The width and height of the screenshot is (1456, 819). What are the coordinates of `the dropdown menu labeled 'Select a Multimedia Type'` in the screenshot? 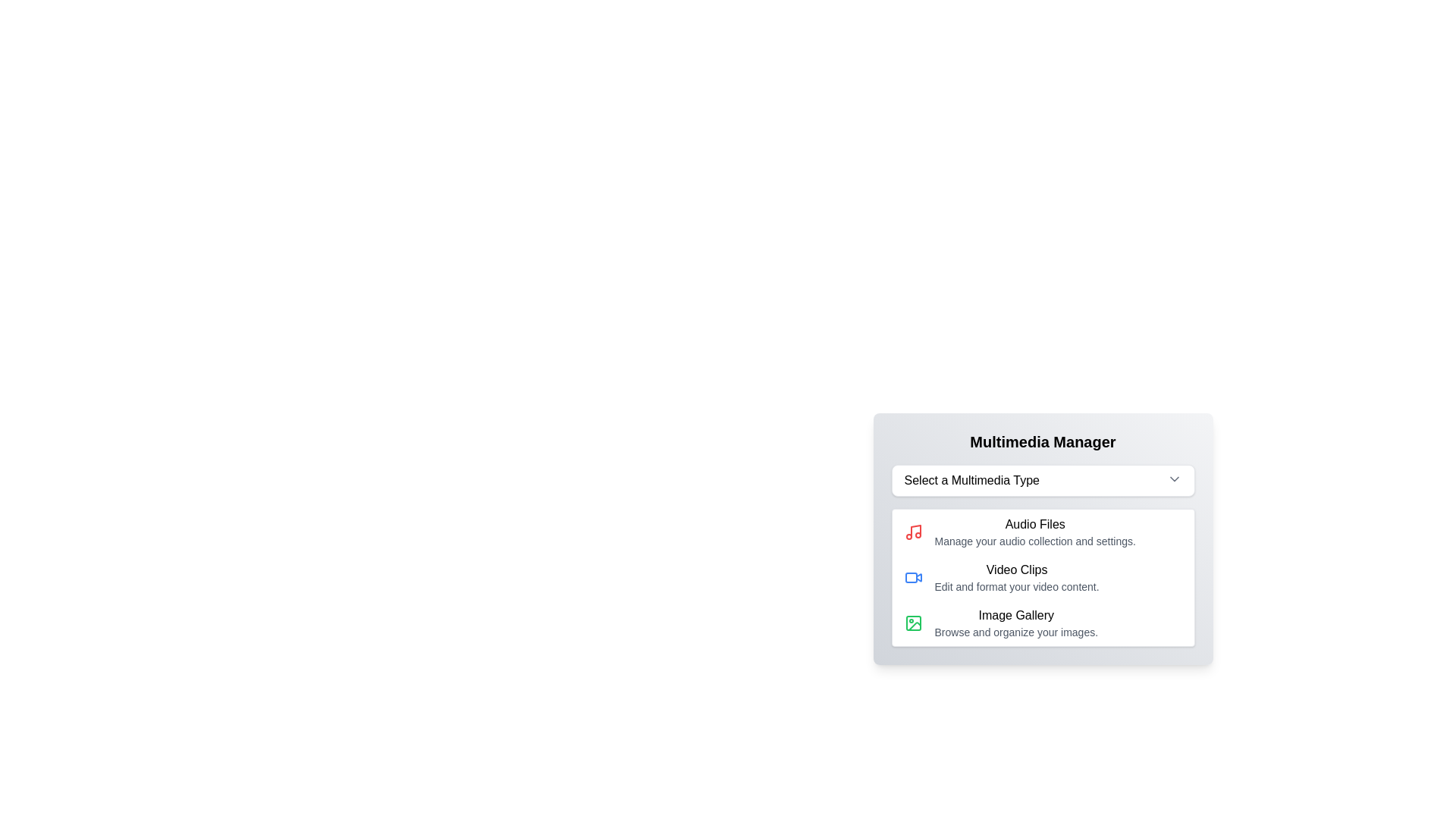 It's located at (1042, 480).